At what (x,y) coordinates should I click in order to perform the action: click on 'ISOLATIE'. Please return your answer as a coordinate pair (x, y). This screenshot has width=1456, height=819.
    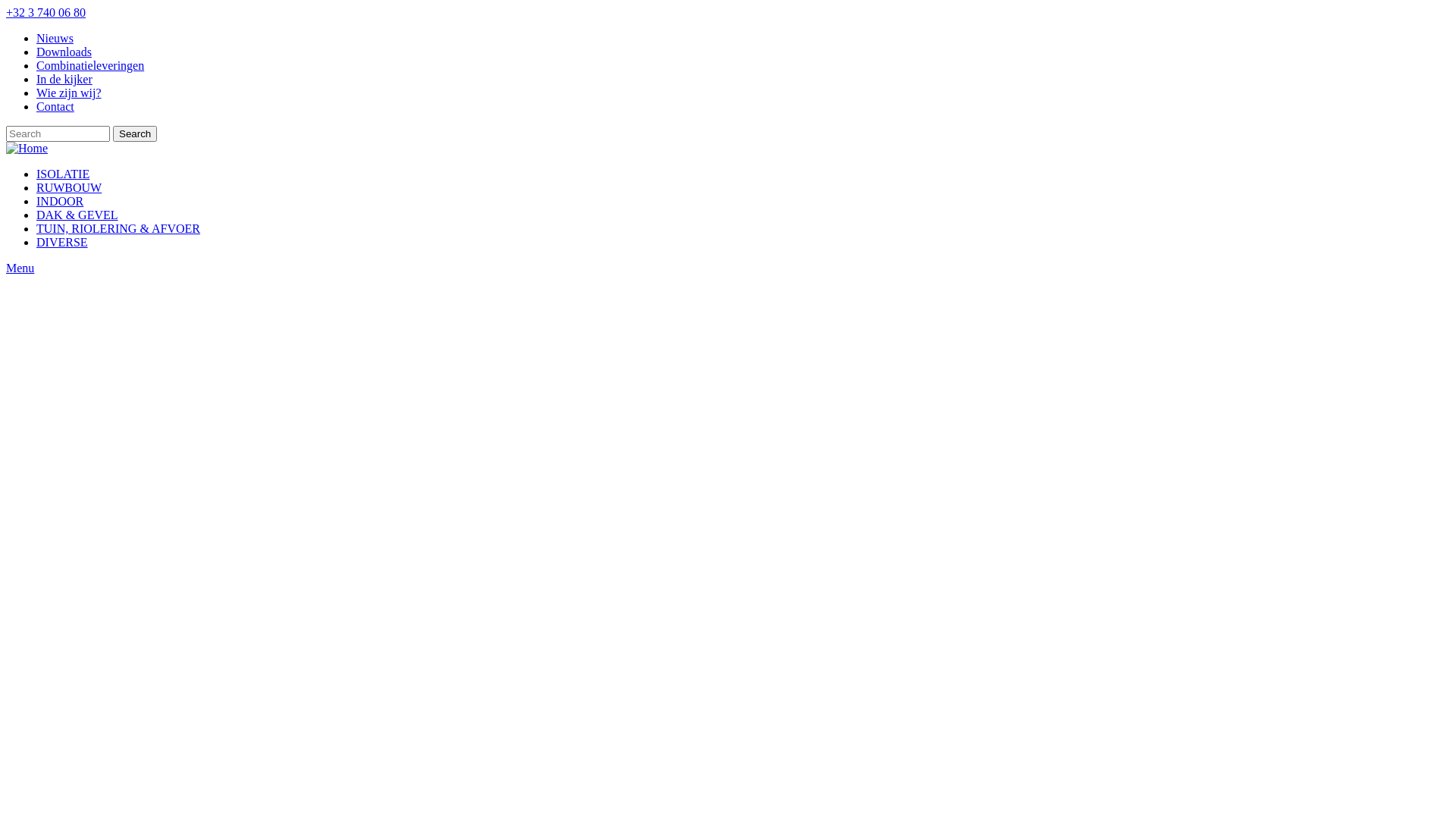
    Looking at the image, I should click on (61, 173).